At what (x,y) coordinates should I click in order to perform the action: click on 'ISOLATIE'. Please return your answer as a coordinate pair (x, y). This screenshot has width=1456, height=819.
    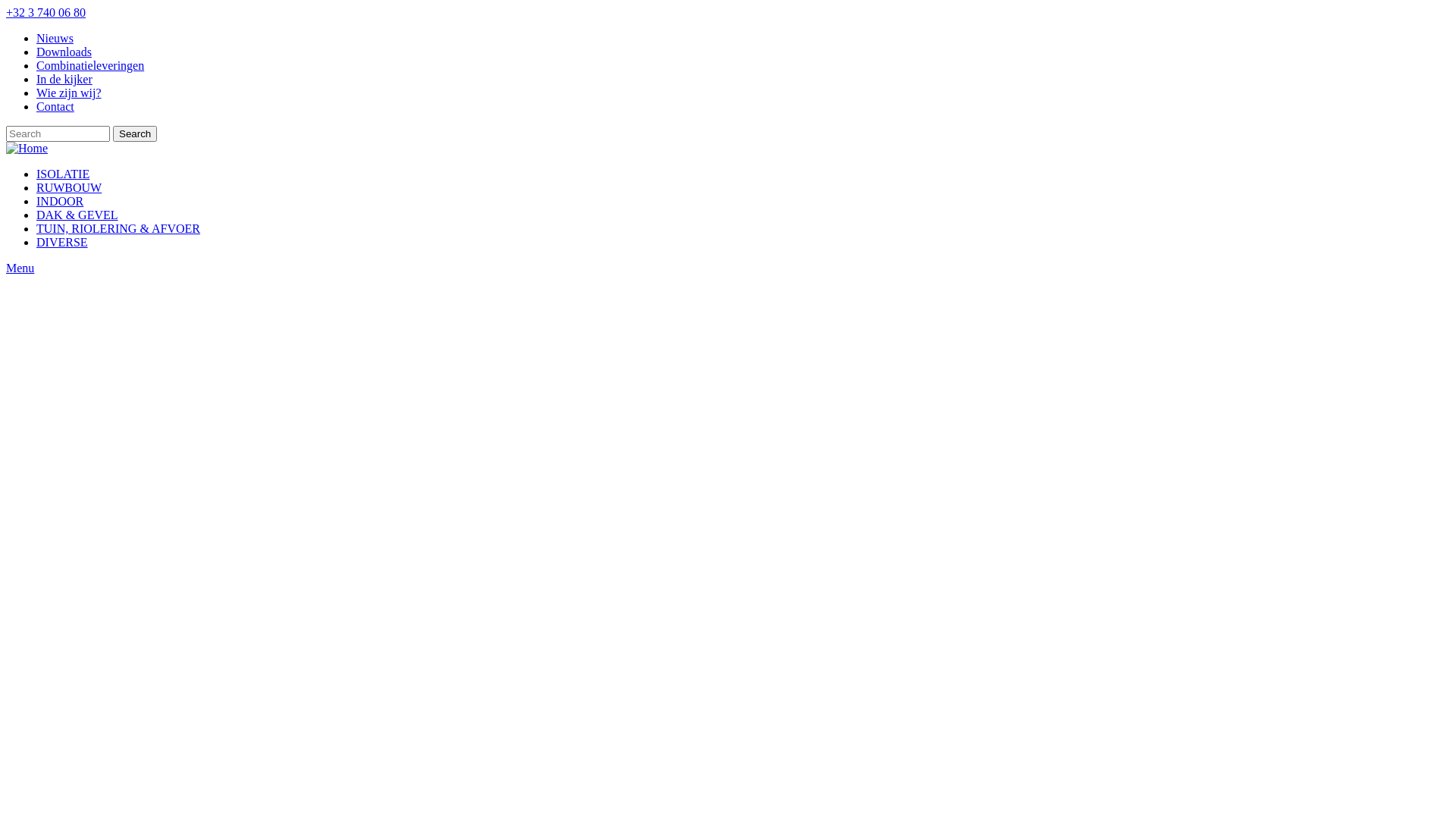
    Looking at the image, I should click on (61, 173).